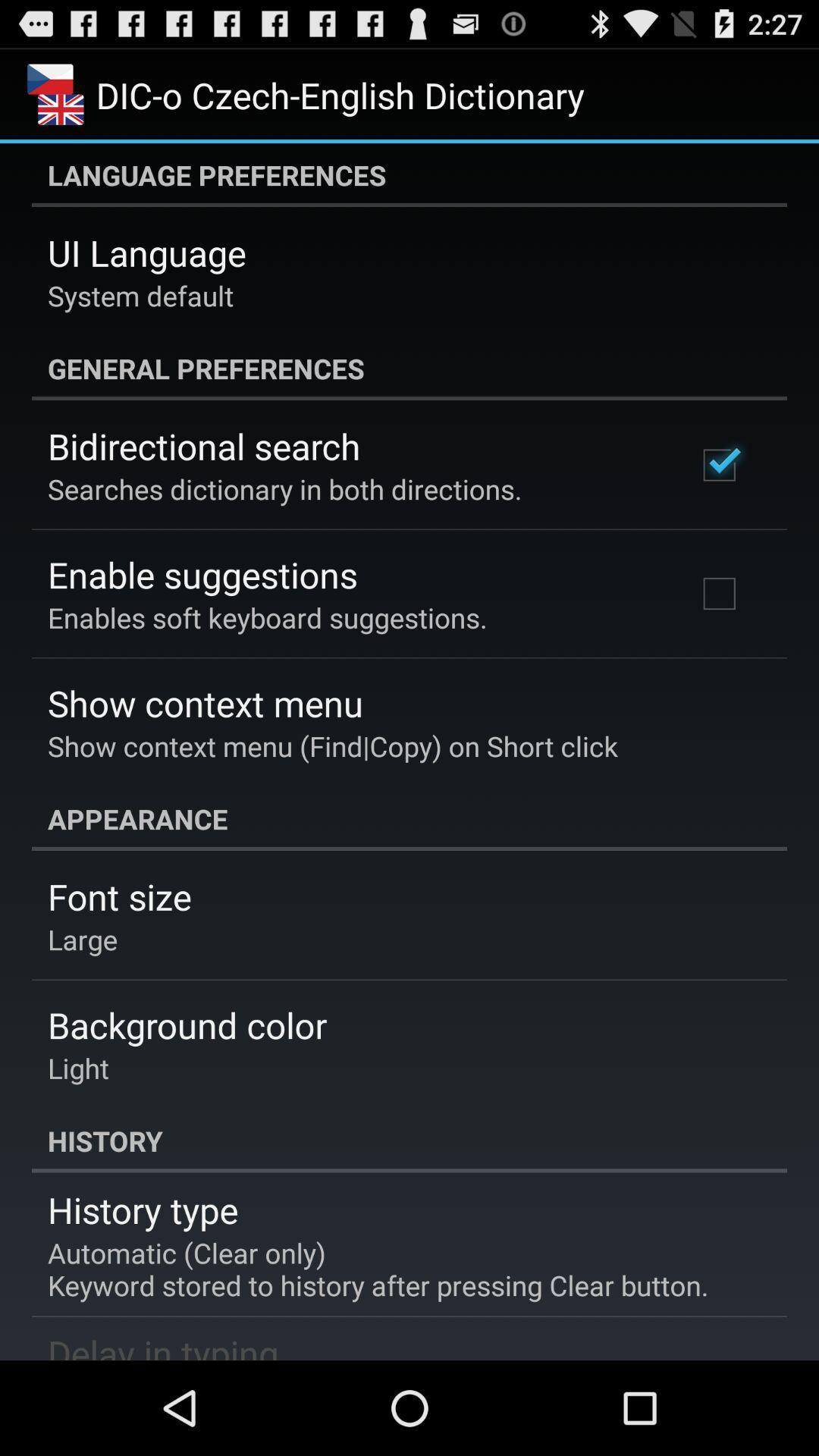 This screenshot has height=1456, width=819. Describe the element at coordinates (143, 1209) in the screenshot. I see `app below history item` at that location.